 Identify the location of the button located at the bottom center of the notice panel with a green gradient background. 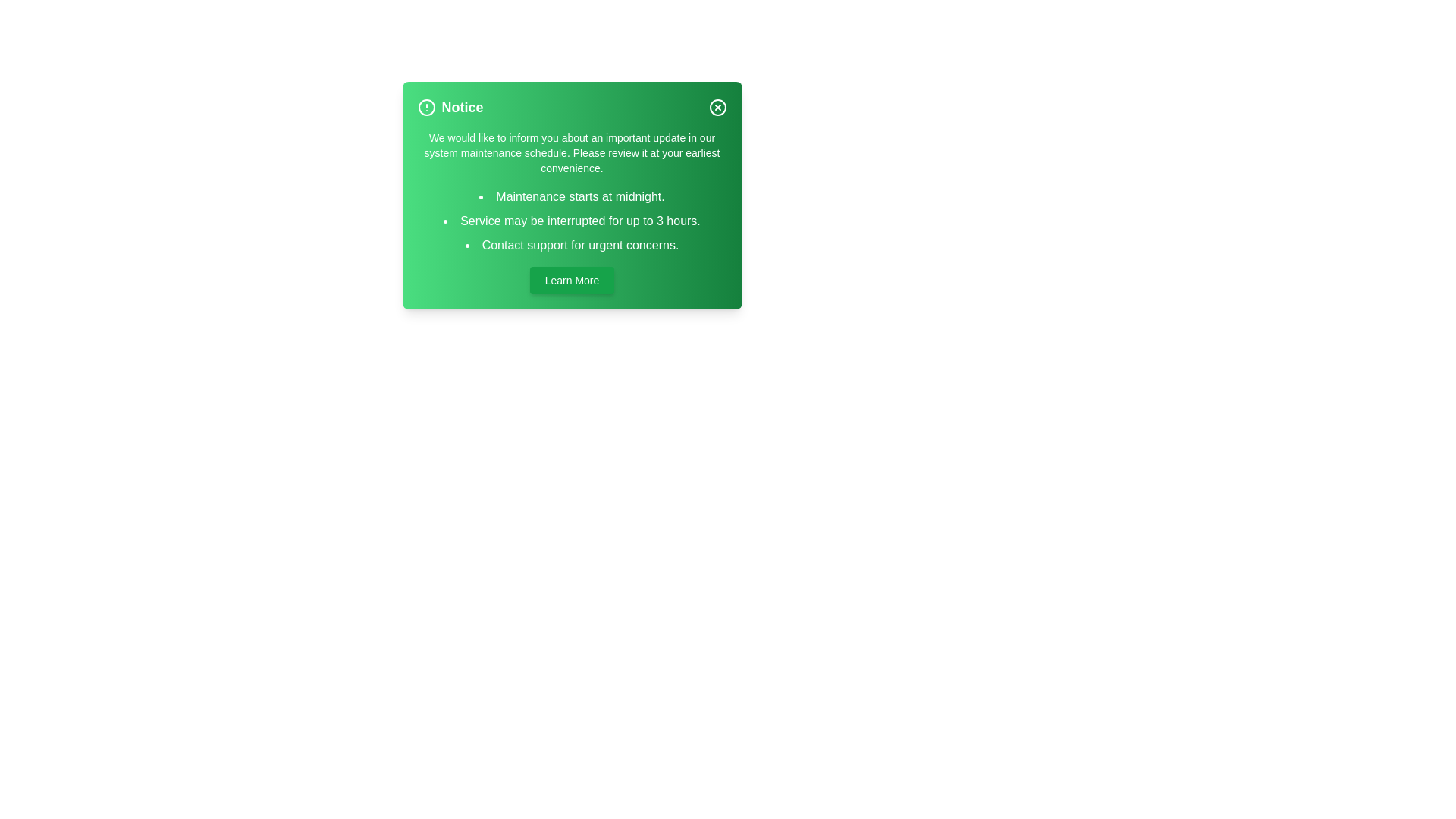
(571, 281).